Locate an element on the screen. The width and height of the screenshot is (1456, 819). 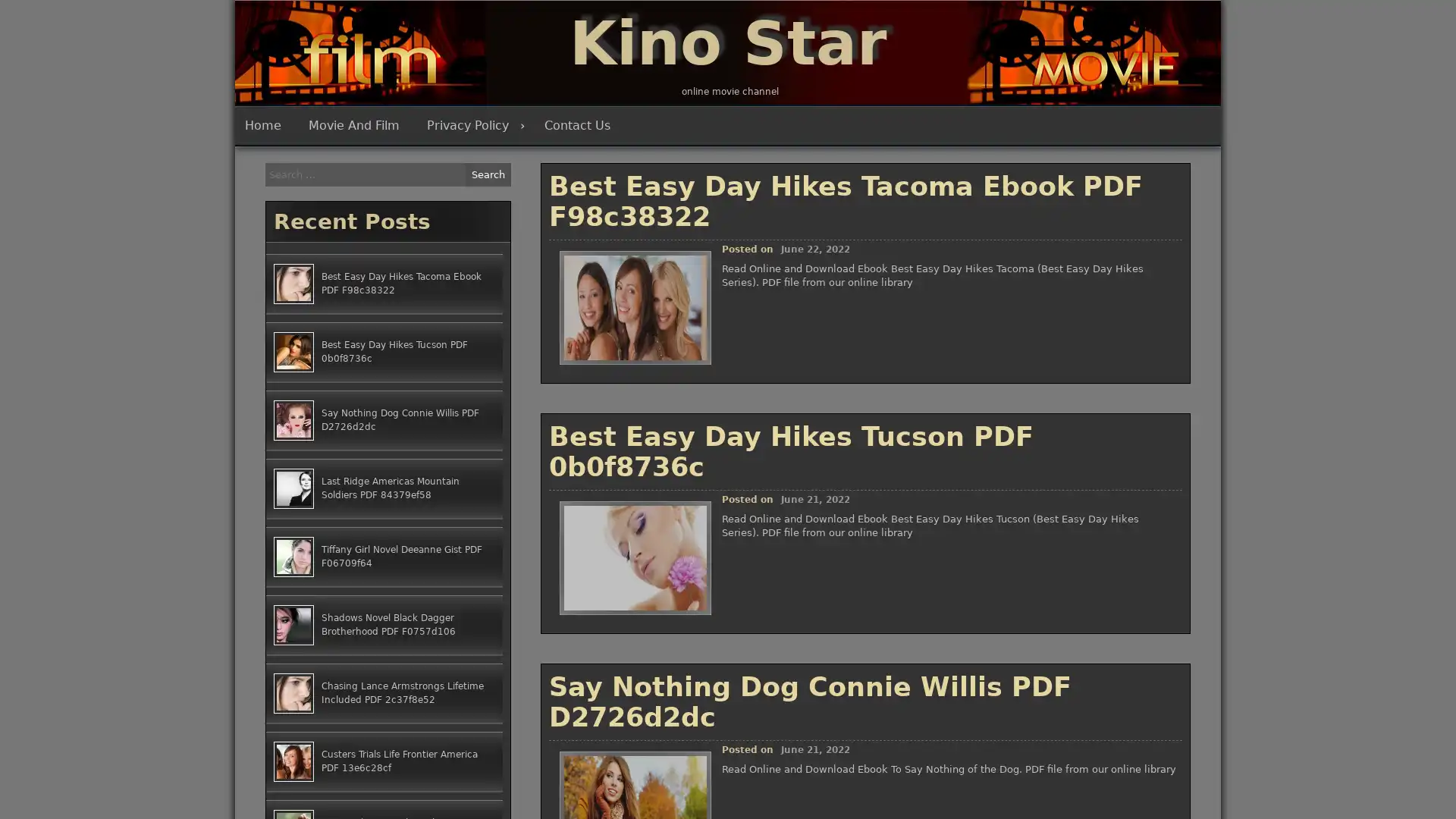
Search is located at coordinates (488, 174).